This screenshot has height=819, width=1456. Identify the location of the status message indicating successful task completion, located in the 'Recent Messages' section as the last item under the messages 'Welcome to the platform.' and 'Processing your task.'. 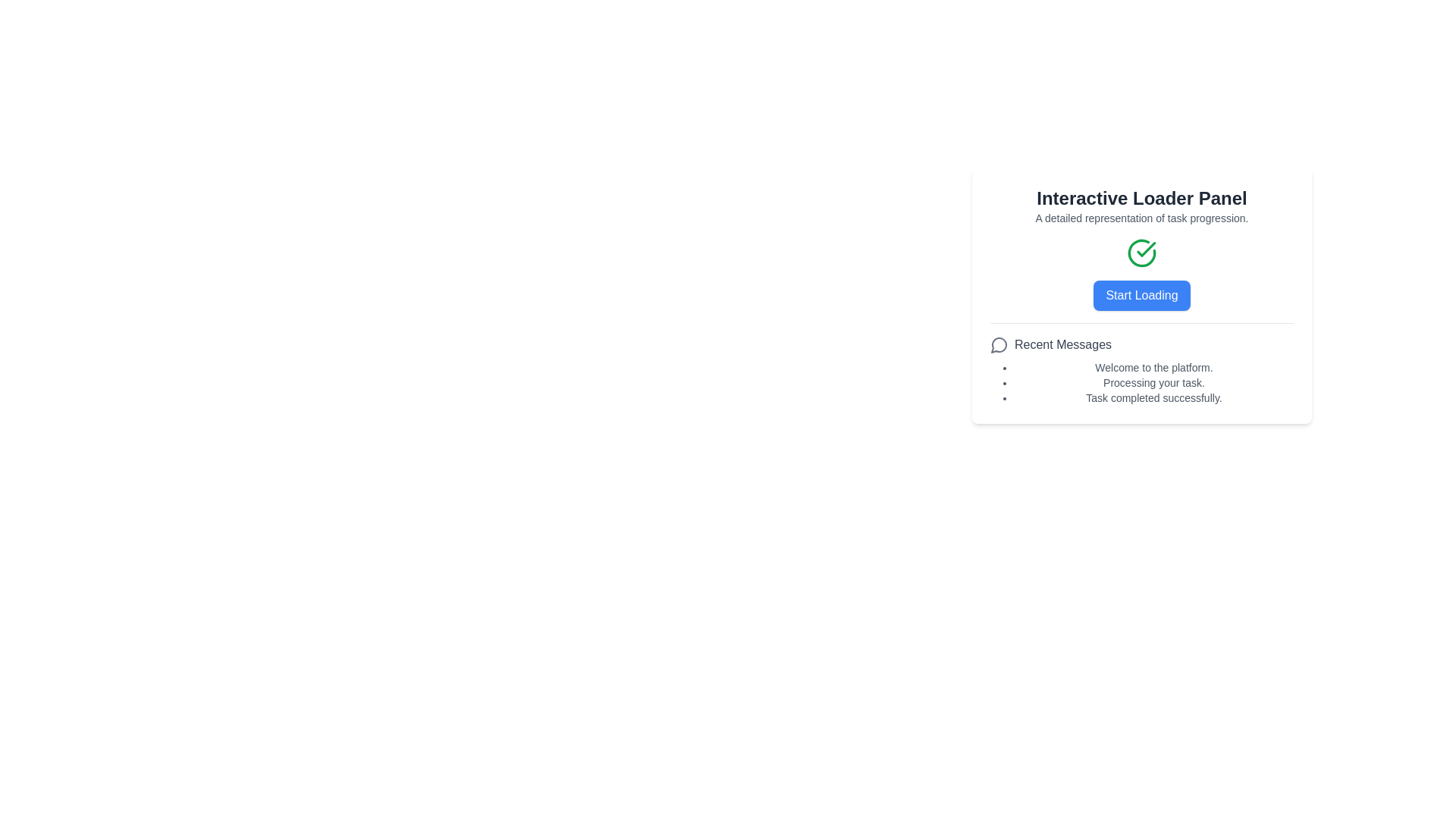
(1153, 397).